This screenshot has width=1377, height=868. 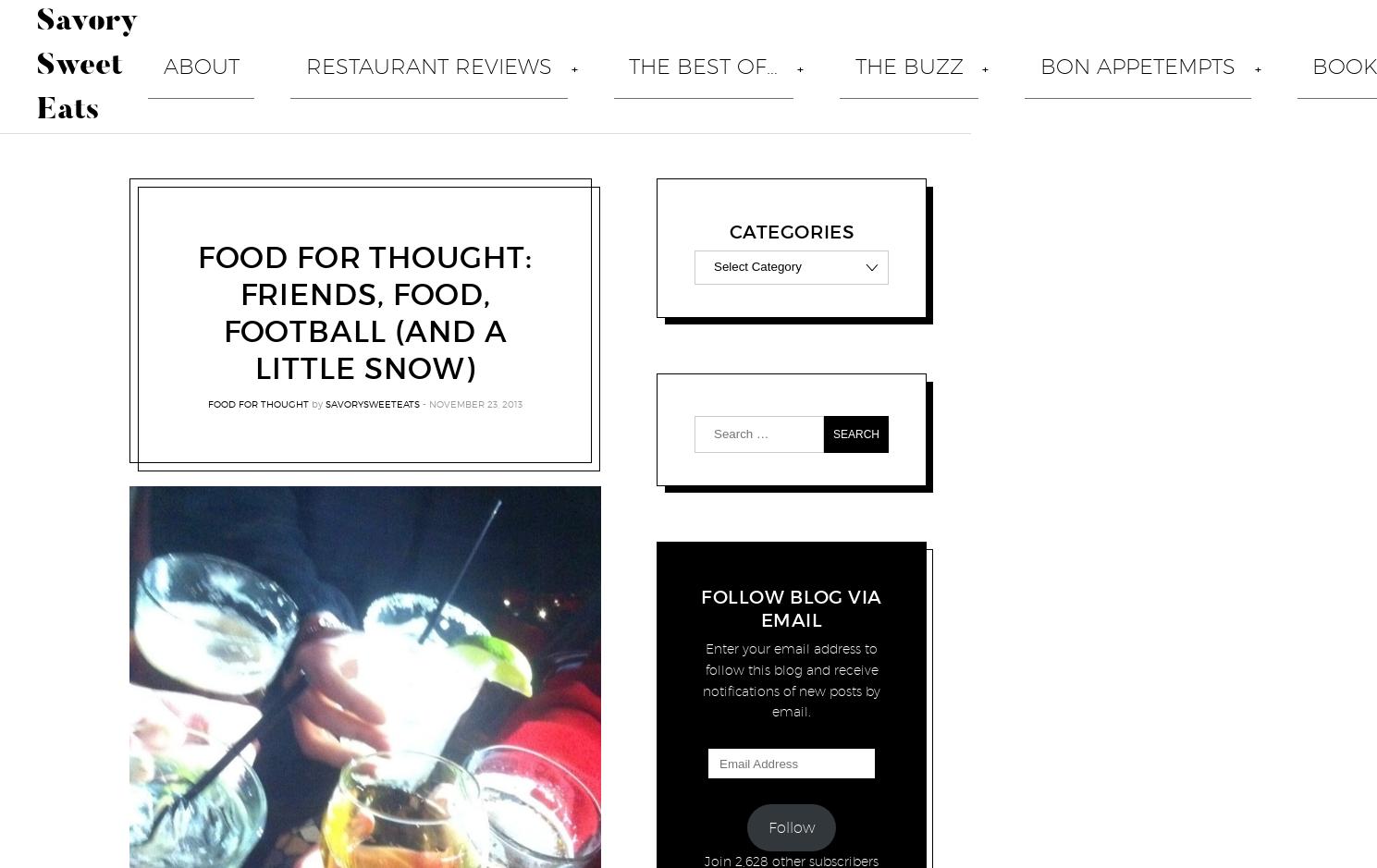 What do you see at coordinates (489, 770) in the screenshot?
I see `'Steak'` at bounding box center [489, 770].